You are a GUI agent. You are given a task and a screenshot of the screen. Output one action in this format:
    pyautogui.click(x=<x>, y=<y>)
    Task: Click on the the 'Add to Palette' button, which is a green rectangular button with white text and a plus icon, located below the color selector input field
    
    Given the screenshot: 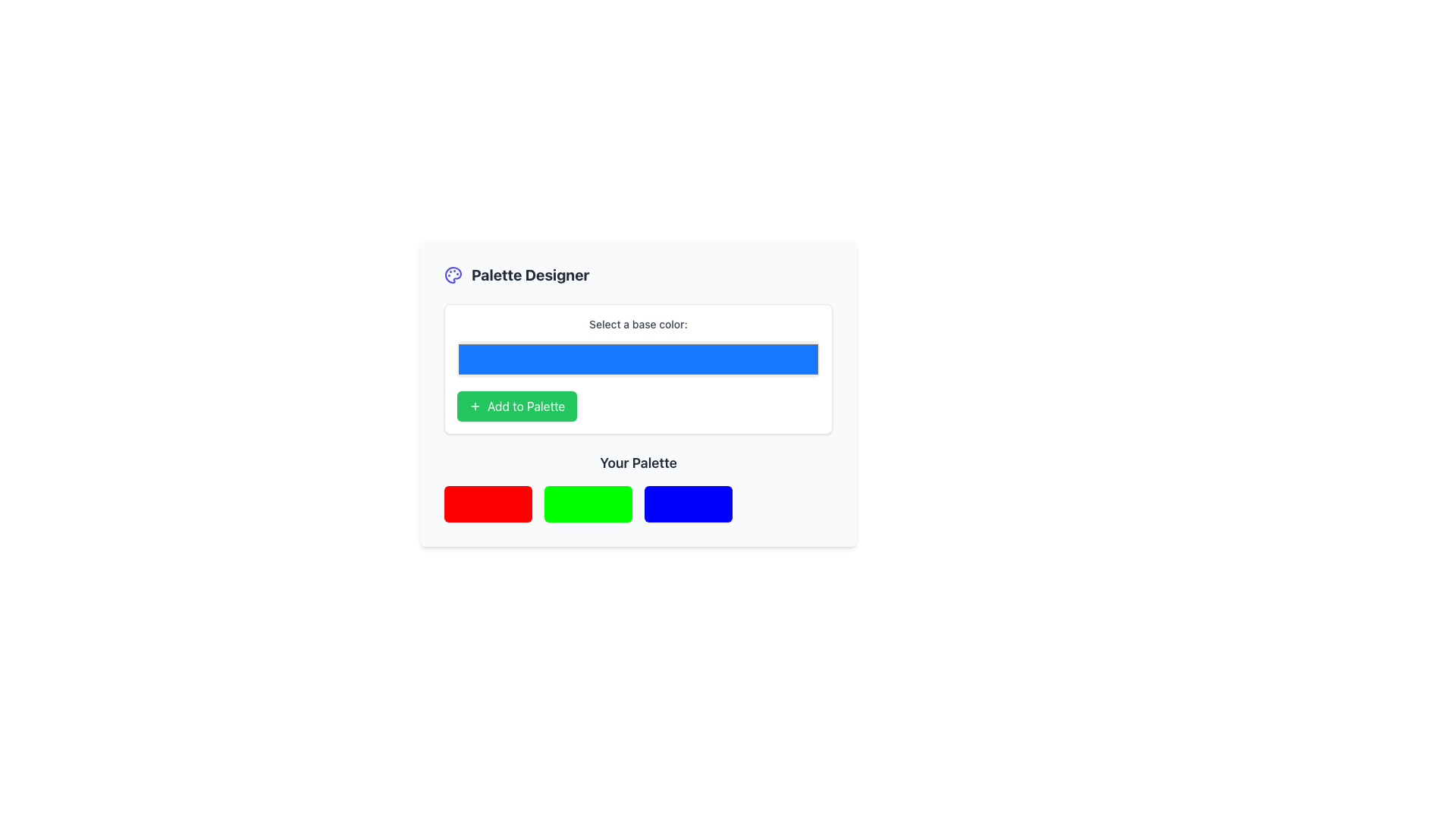 What is the action you would take?
    pyautogui.click(x=517, y=406)
    